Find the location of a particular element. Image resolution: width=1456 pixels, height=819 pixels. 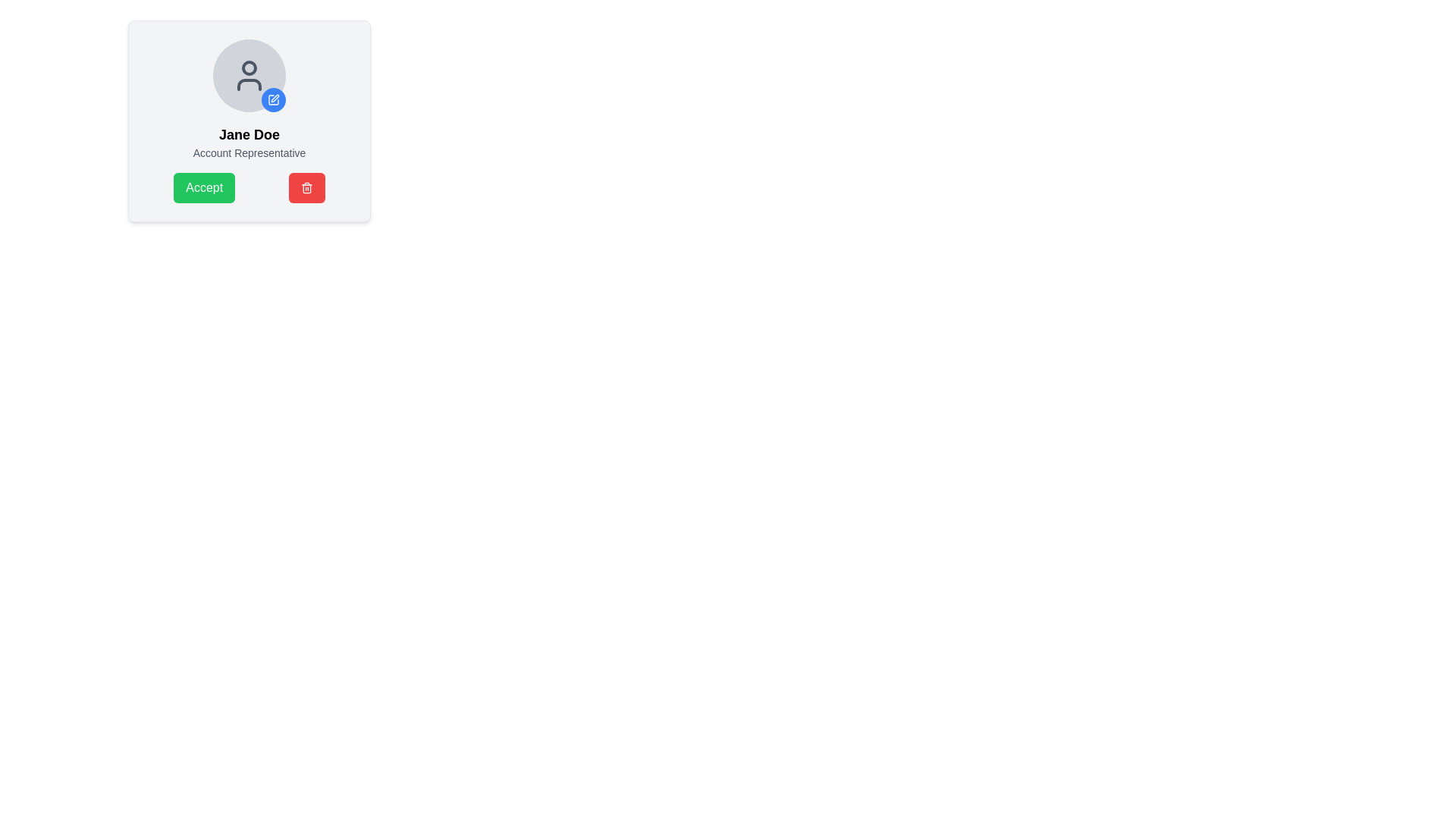

the decorative icon located at the right side of the user's profile picture within the profile card, indicating editability or modification functionality is located at coordinates (273, 99).